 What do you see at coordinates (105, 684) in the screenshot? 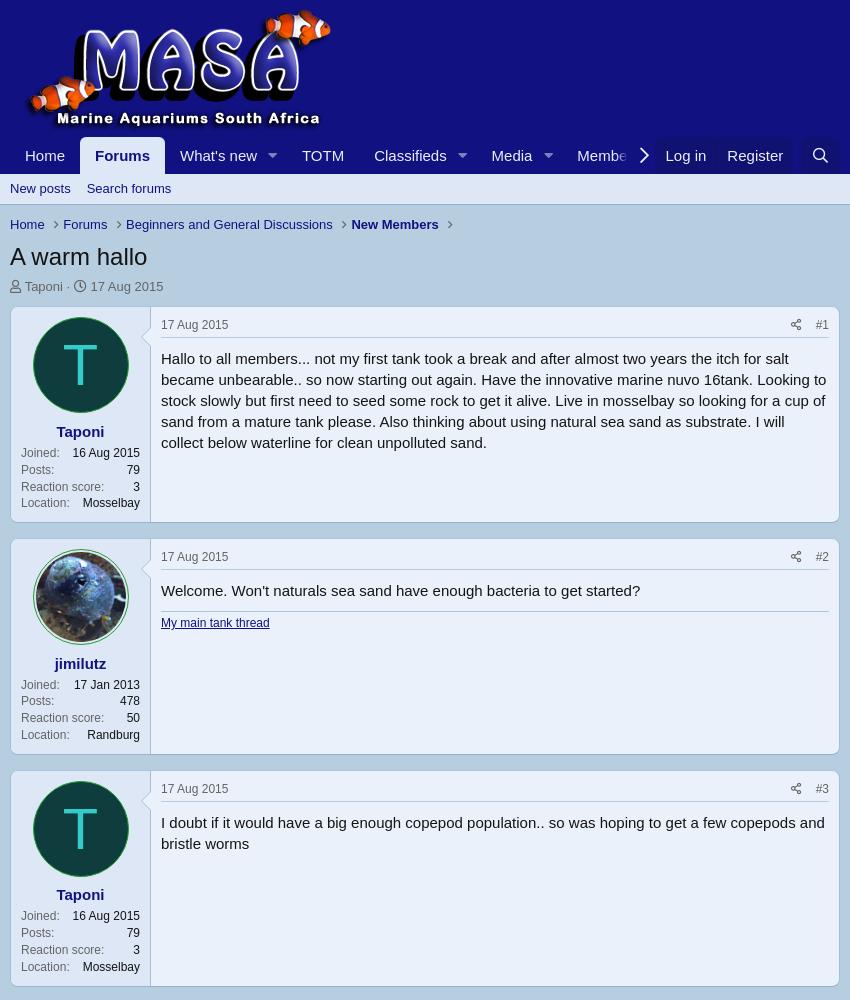
I see `'17 Jan 2013'` at bounding box center [105, 684].